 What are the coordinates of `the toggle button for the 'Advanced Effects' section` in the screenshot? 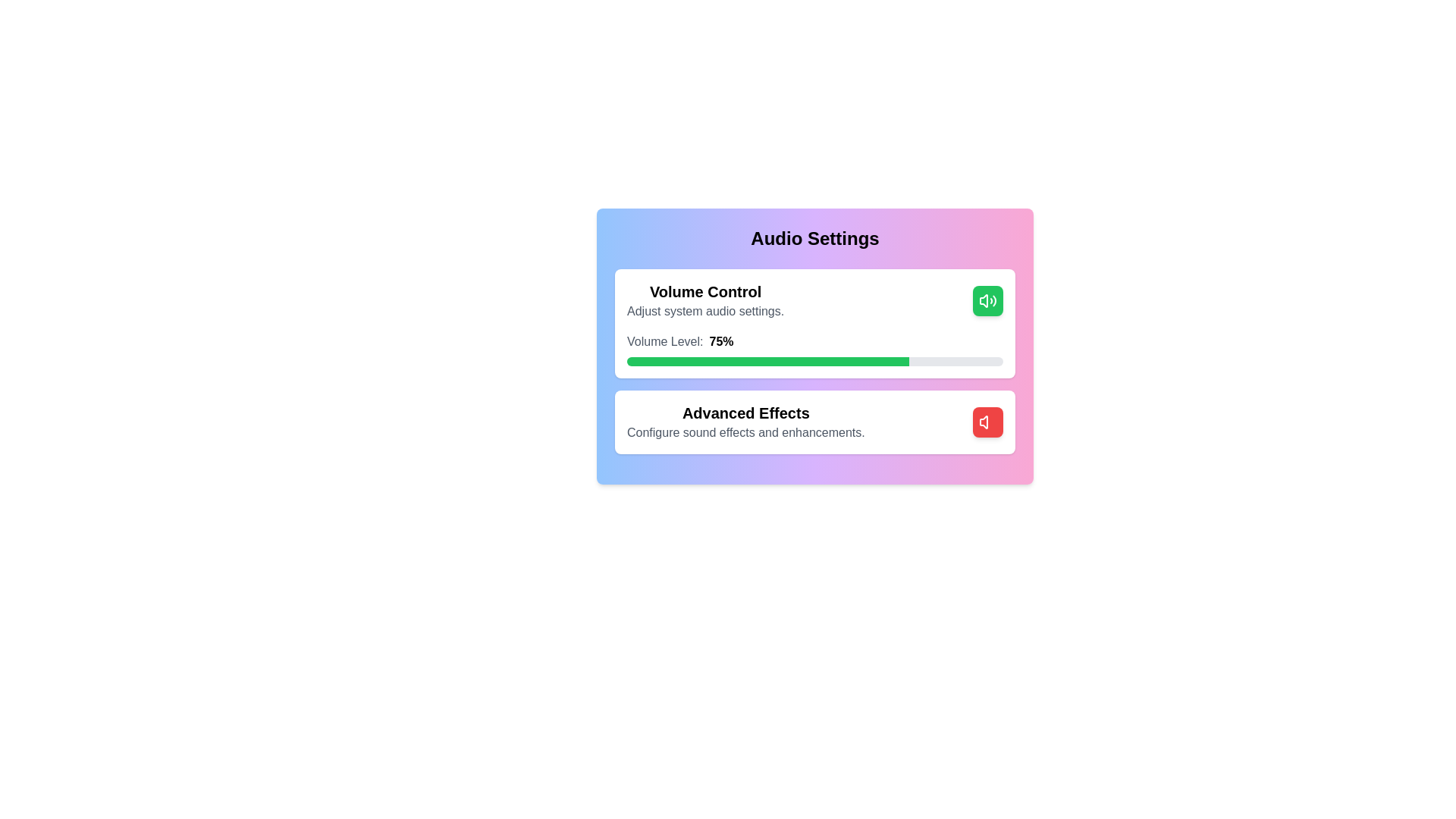 It's located at (987, 422).